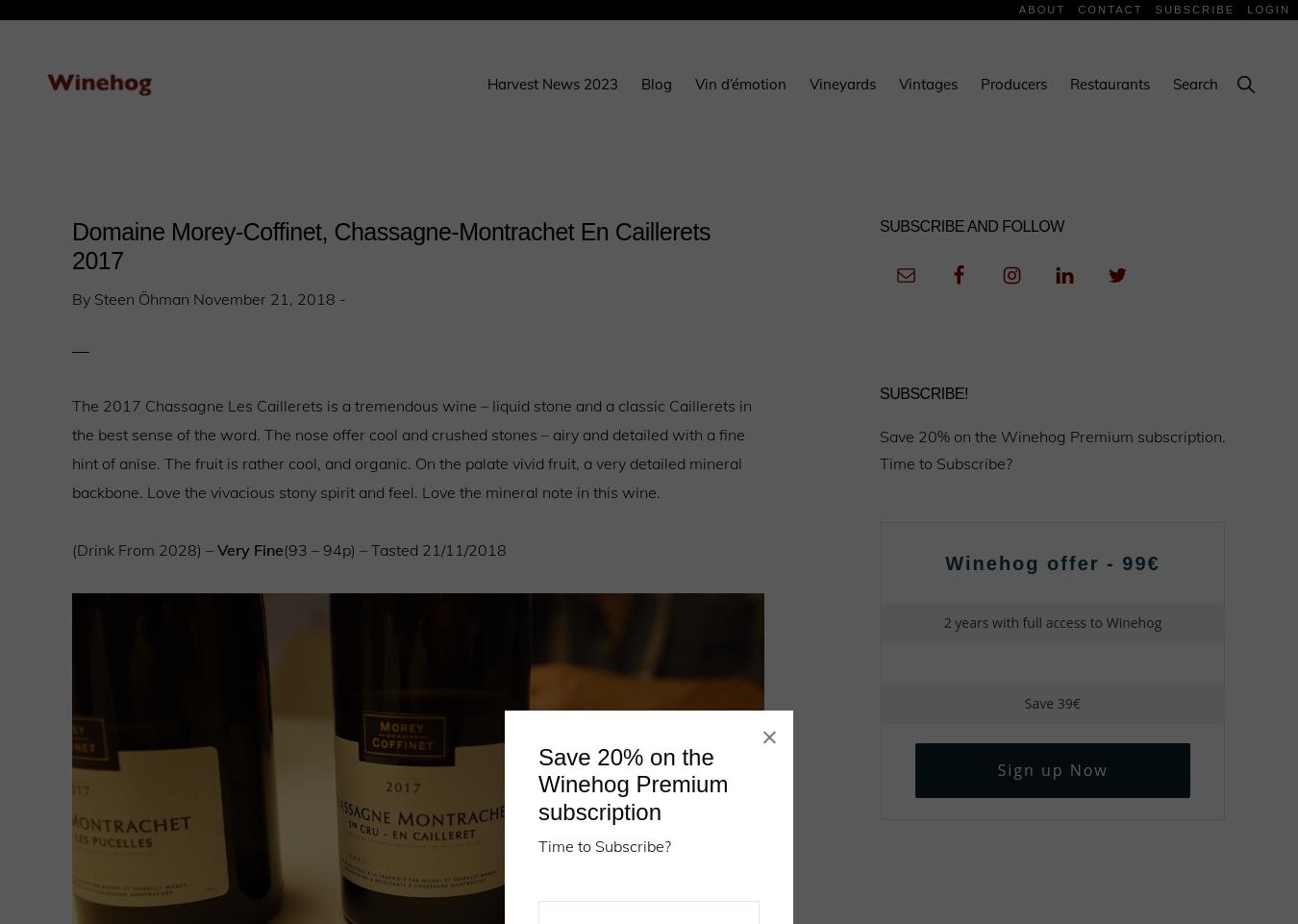 This screenshot has height=924, width=1298. What do you see at coordinates (1041, 8) in the screenshot?
I see `'About'` at bounding box center [1041, 8].